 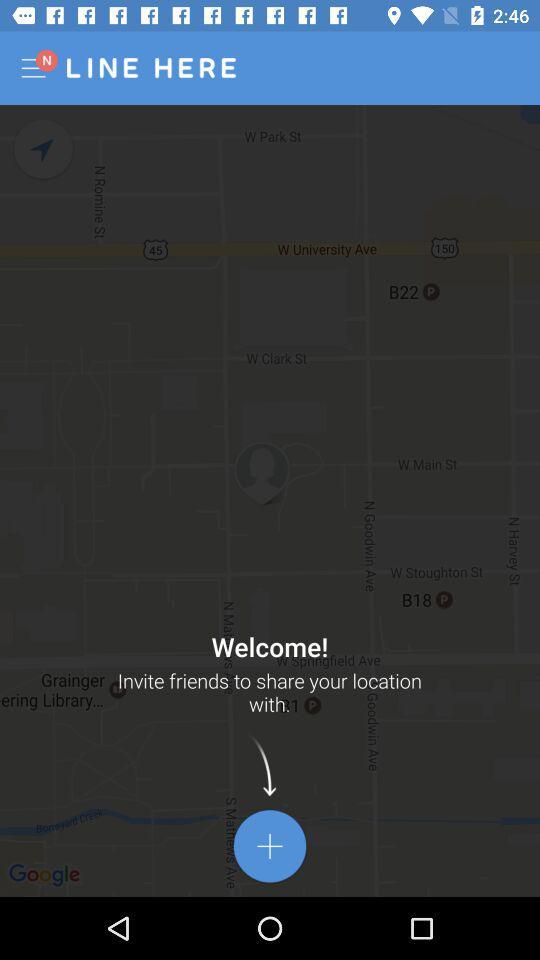 I want to click on the add icon, so click(x=270, y=846).